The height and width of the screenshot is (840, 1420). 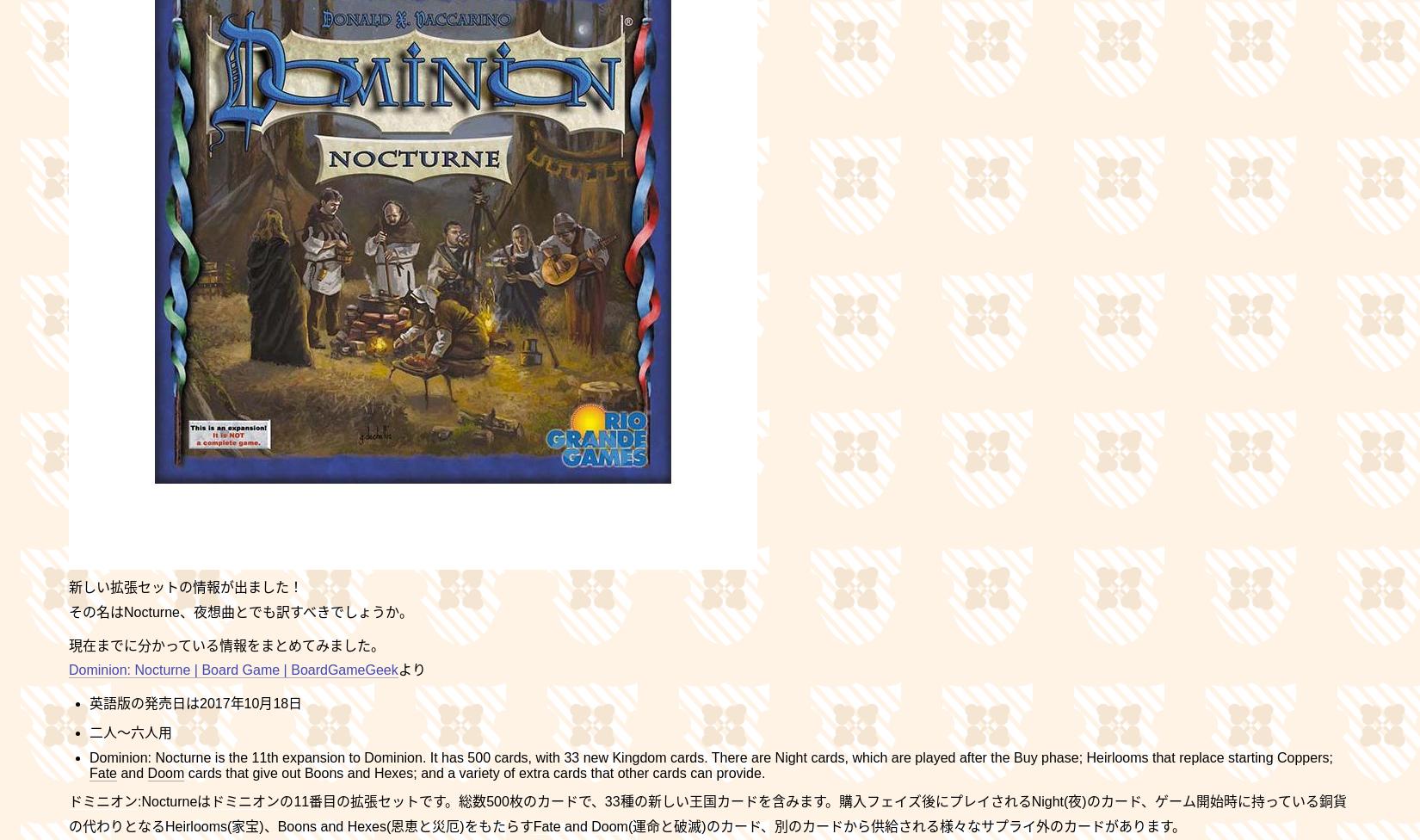 I want to click on 'Dominion: Nocturne is the 11th expansion to Dominion. It has 500 cards, with 33 new Kingdom cards. There are Night cards, which are played after the Buy phase; Heirlooms that replace starting Coppers;', so click(x=710, y=757).